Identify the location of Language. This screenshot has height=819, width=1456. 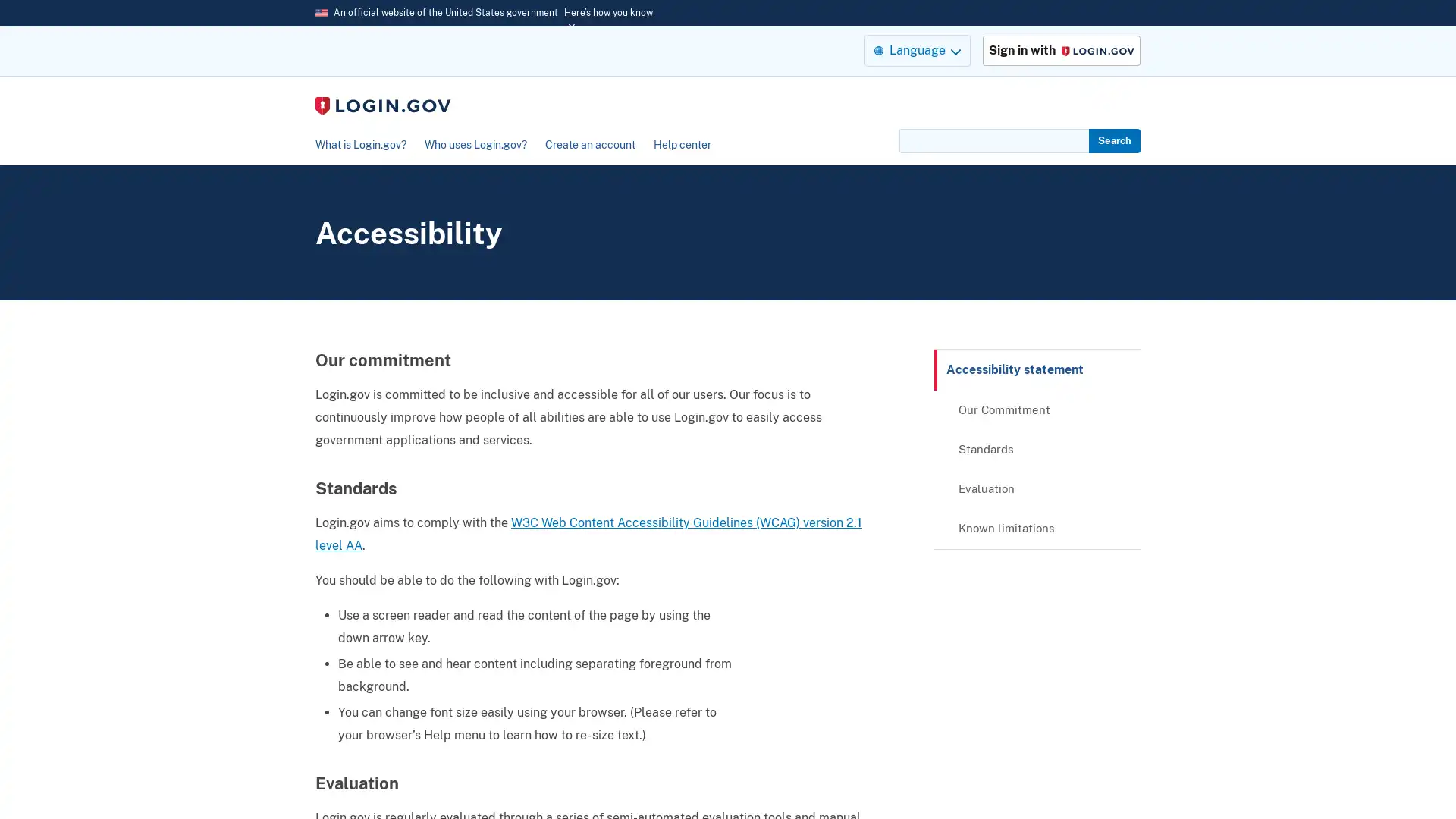
(916, 49).